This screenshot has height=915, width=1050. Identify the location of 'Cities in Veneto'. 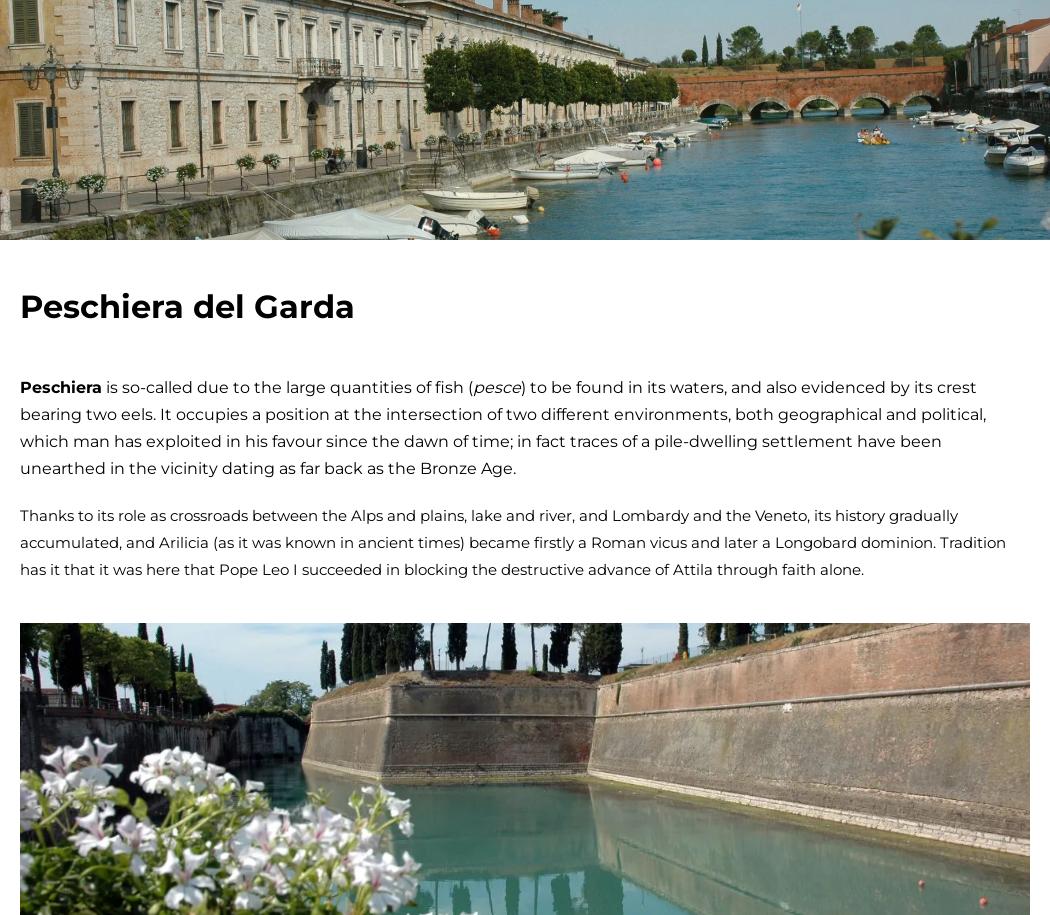
(798, 857).